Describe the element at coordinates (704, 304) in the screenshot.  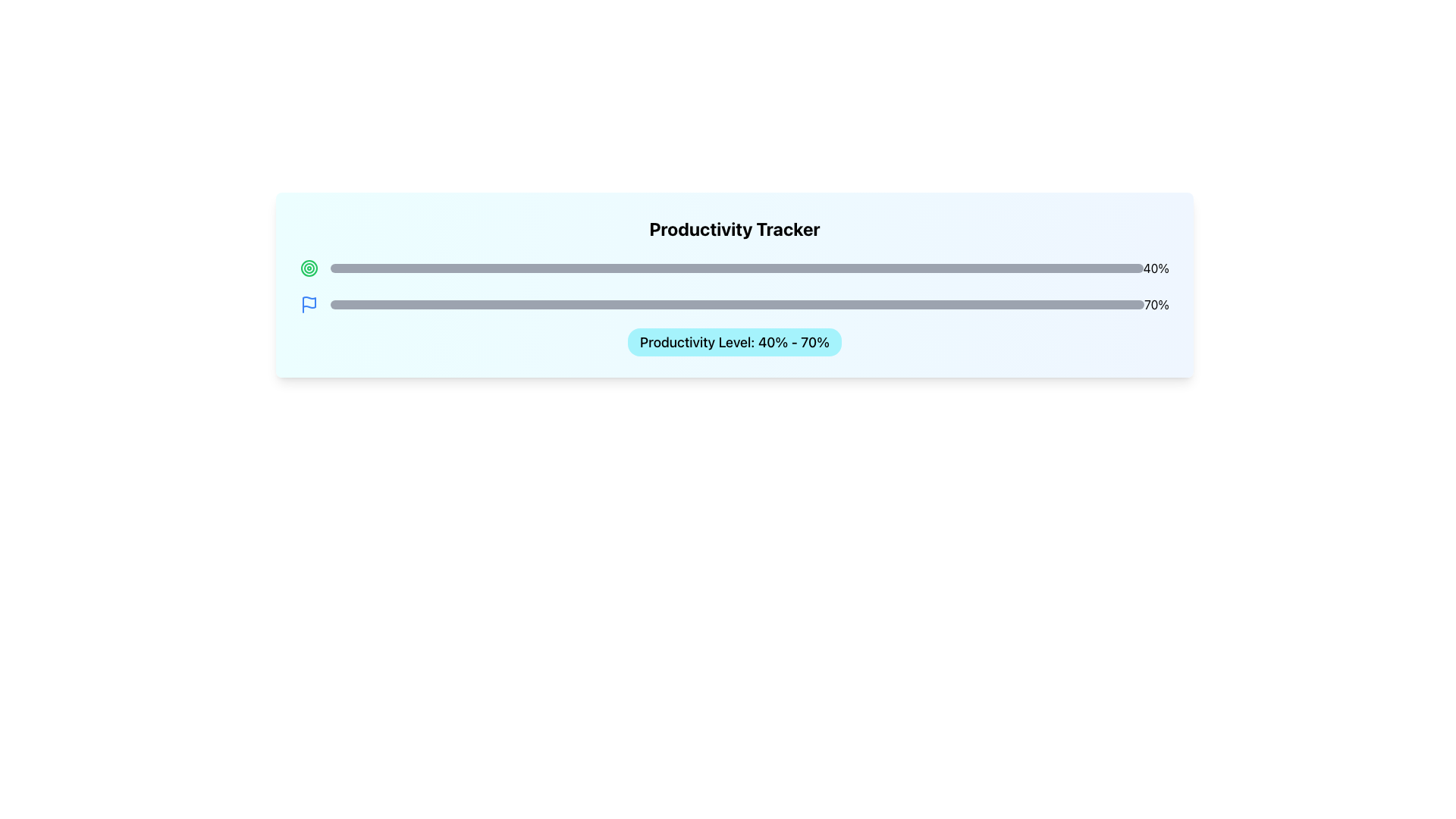
I see `the progress value` at that location.